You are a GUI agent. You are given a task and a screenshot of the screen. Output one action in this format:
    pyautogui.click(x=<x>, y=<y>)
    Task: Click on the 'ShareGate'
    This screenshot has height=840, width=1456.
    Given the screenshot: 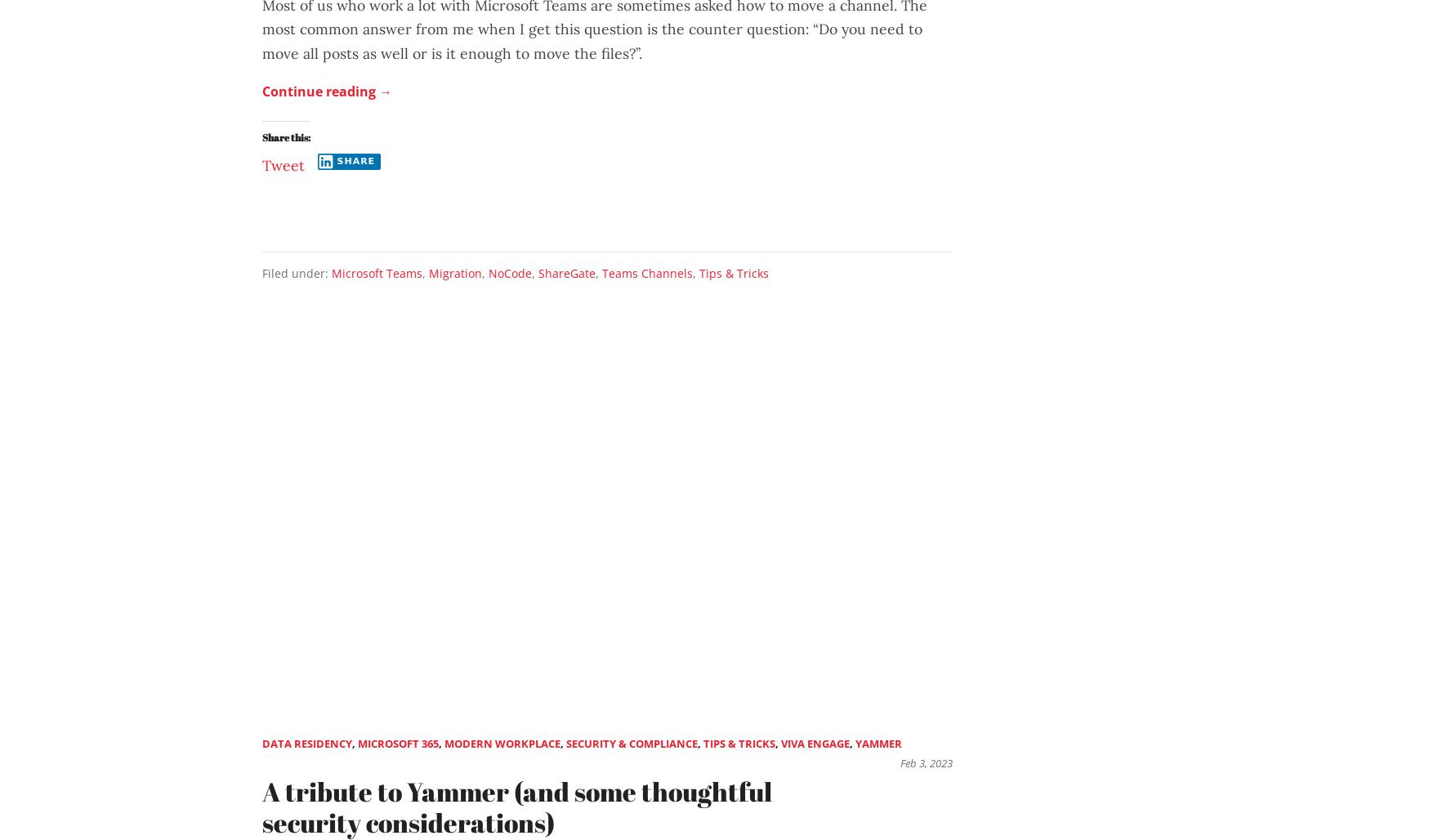 What is the action you would take?
    pyautogui.click(x=566, y=271)
    